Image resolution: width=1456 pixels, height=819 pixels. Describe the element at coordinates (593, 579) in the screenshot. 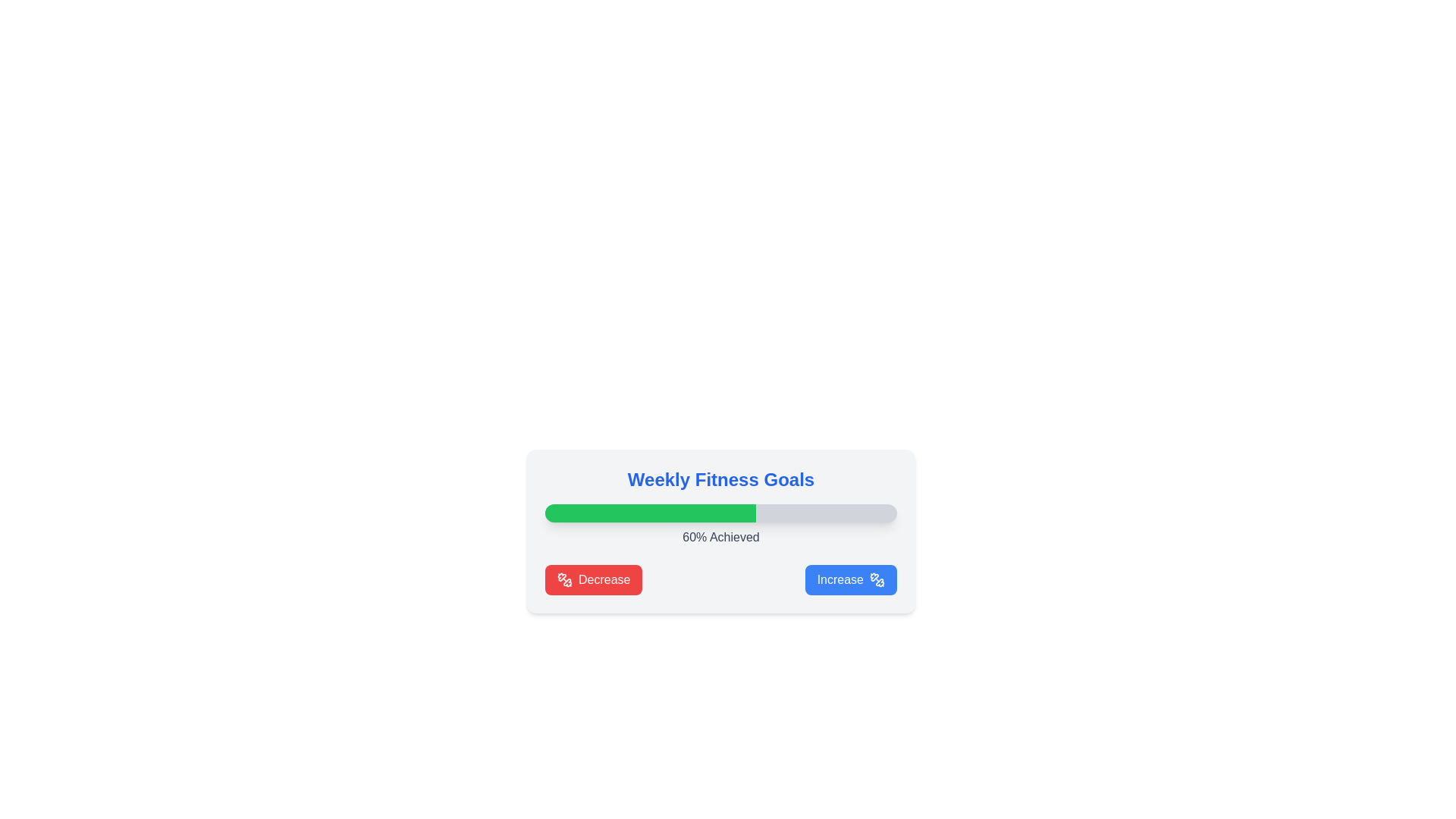

I see `the leftmost button with a red background and white text reading 'Decrease'` at that location.